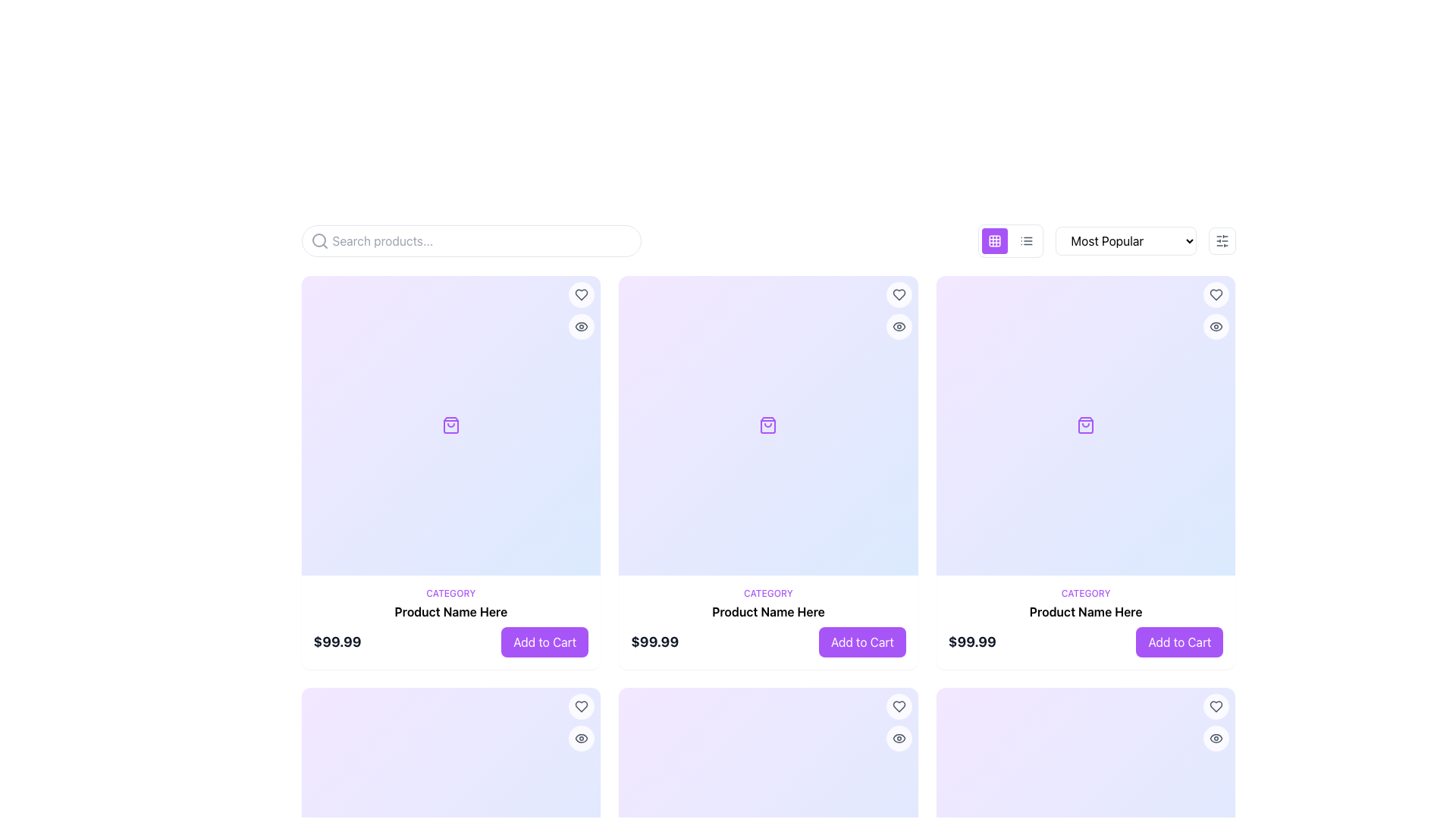 This screenshot has width=1456, height=819. Describe the element at coordinates (450, 425) in the screenshot. I see `the shopping cart icon located in the first product card of the top row, which is the leftmost card` at that location.